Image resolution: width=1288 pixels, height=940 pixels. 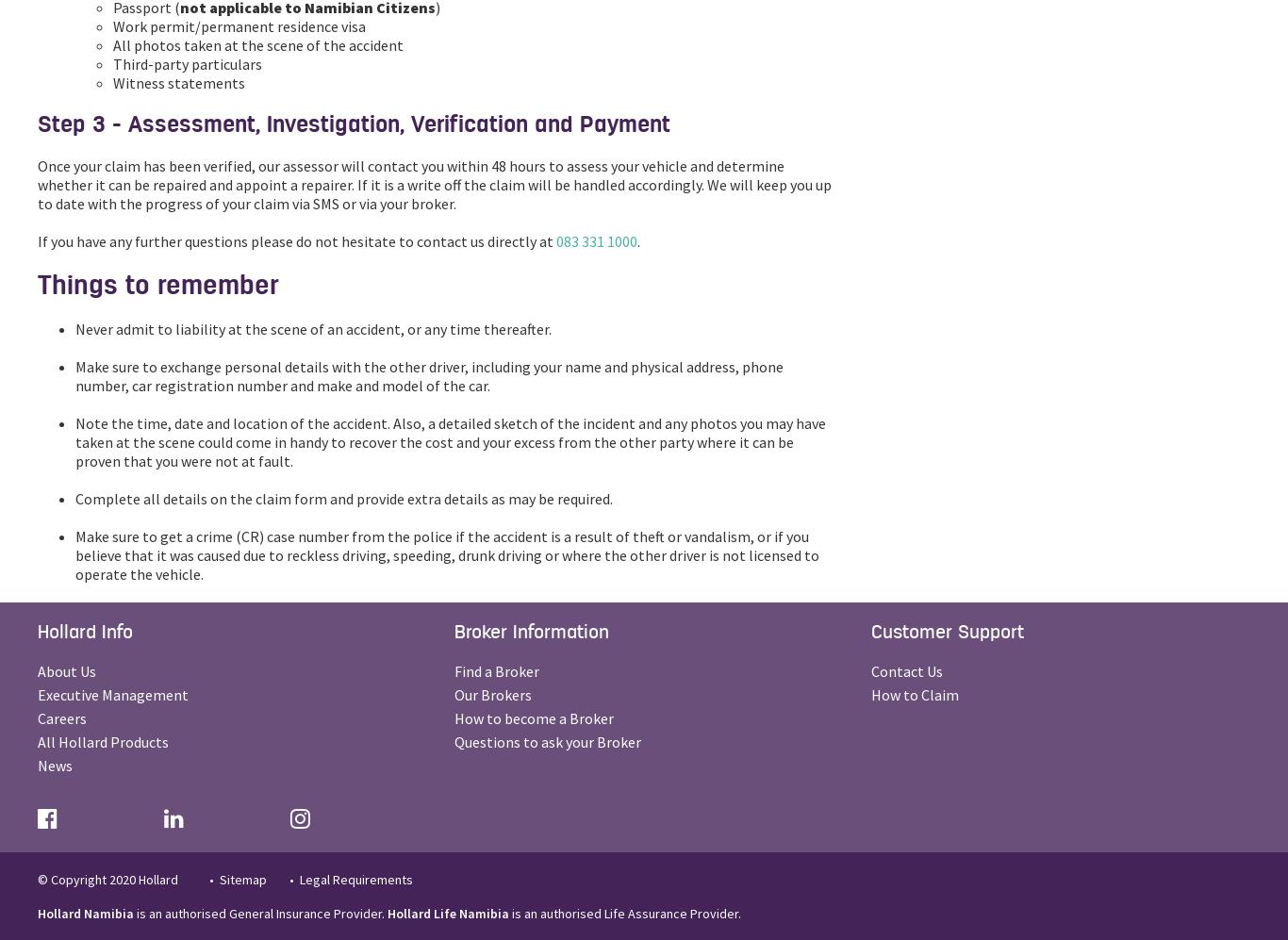 I want to click on 'Sitemap', so click(x=243, y=879).